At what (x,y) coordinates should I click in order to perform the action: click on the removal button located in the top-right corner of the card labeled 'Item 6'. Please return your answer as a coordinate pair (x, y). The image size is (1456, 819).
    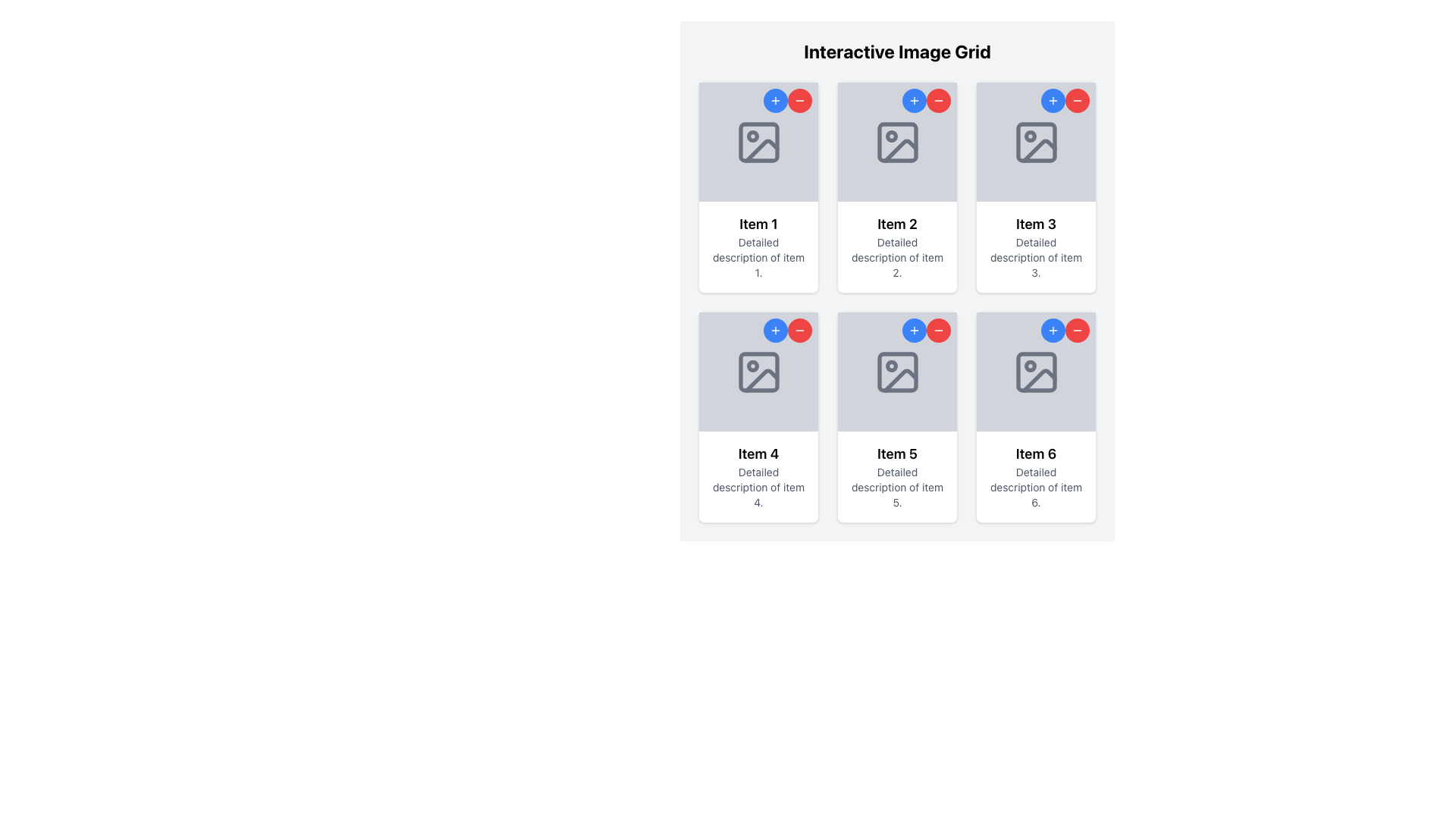
    Looking at the image, I should click on (1076, 329).